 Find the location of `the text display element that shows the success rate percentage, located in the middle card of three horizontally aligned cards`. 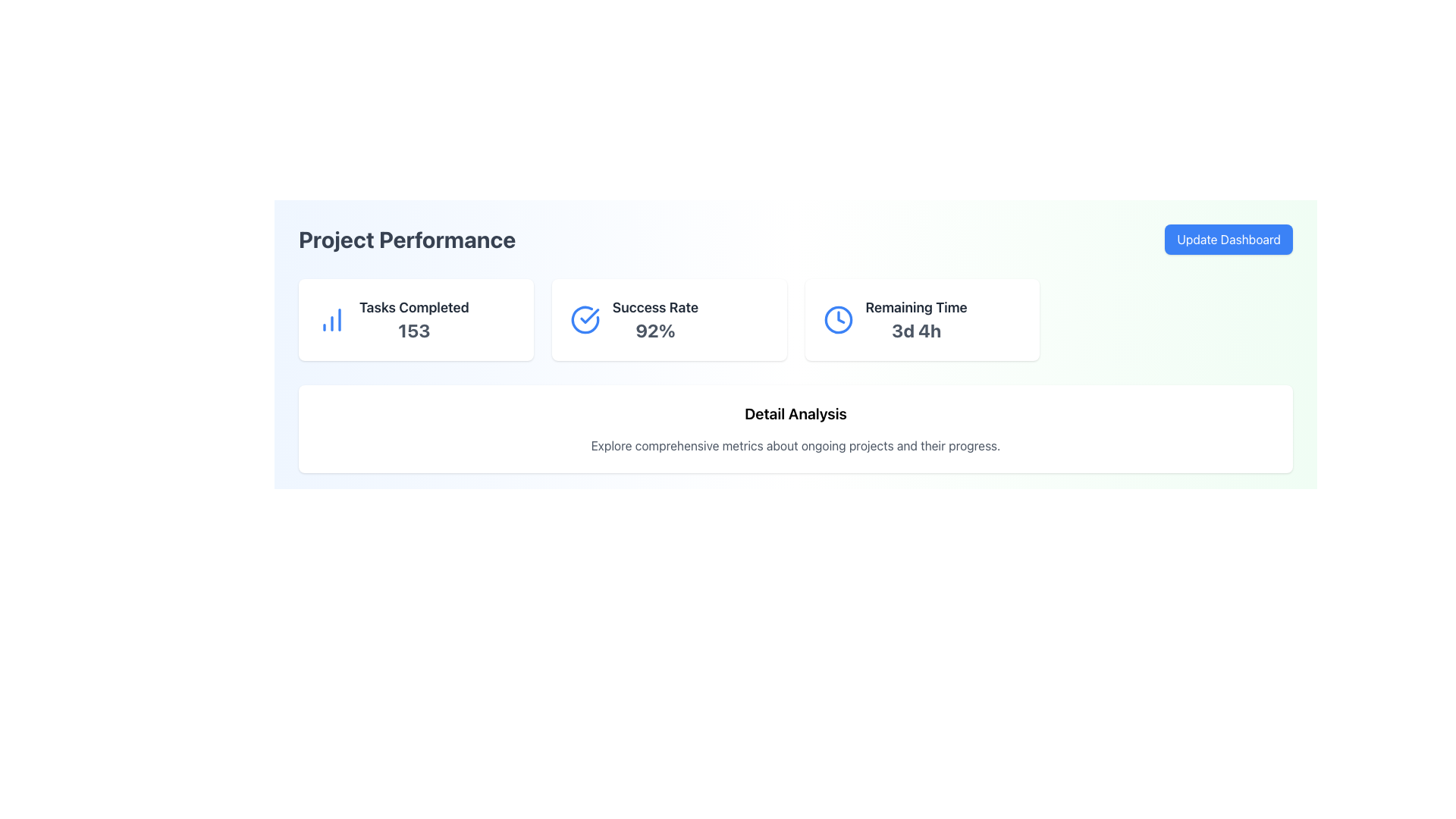

the text display element that shows the success rate percentage, located in the middle card of three horizontally aligned cards is located at coordinates (655, 318).